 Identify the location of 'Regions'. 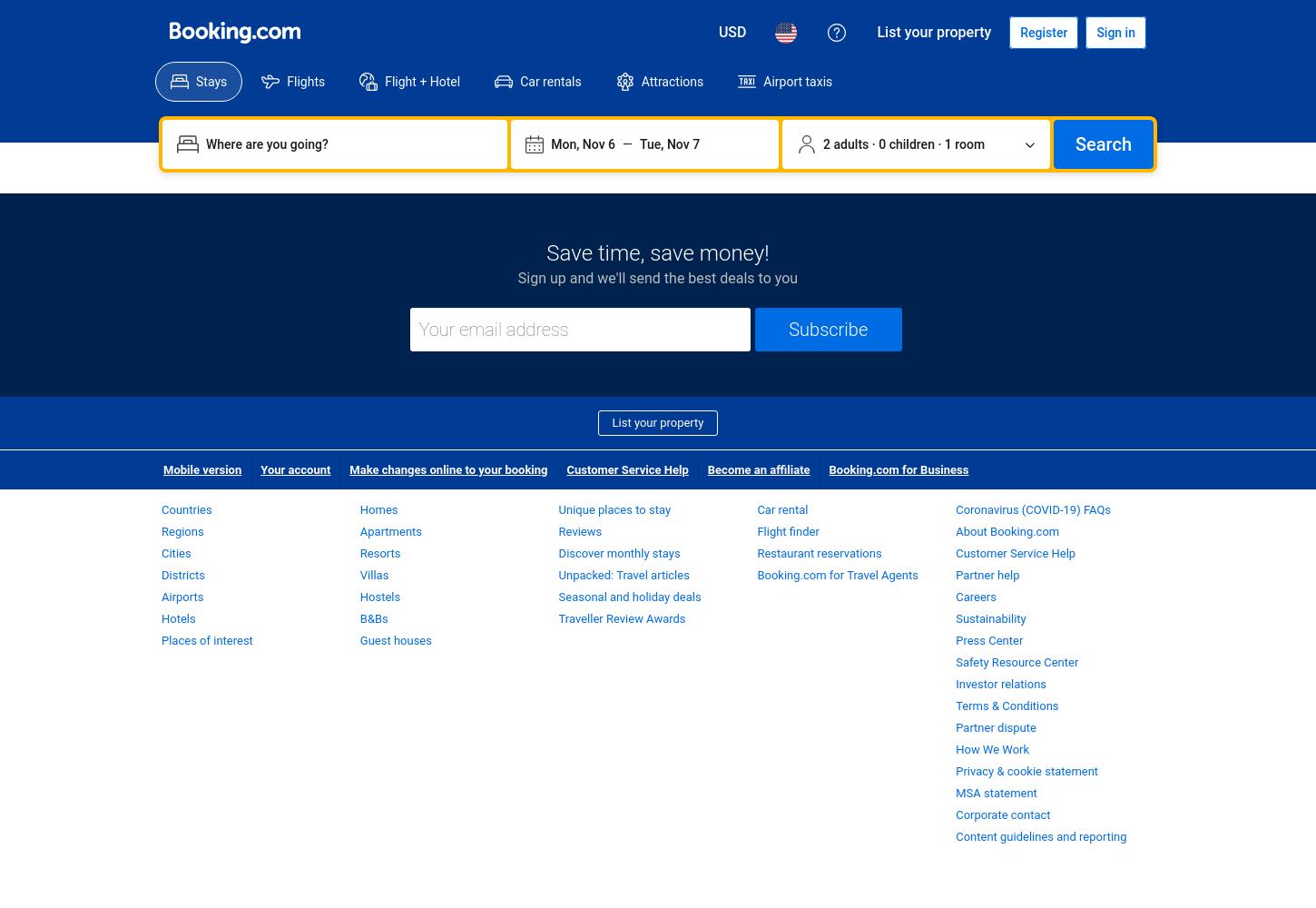
(161, 530).